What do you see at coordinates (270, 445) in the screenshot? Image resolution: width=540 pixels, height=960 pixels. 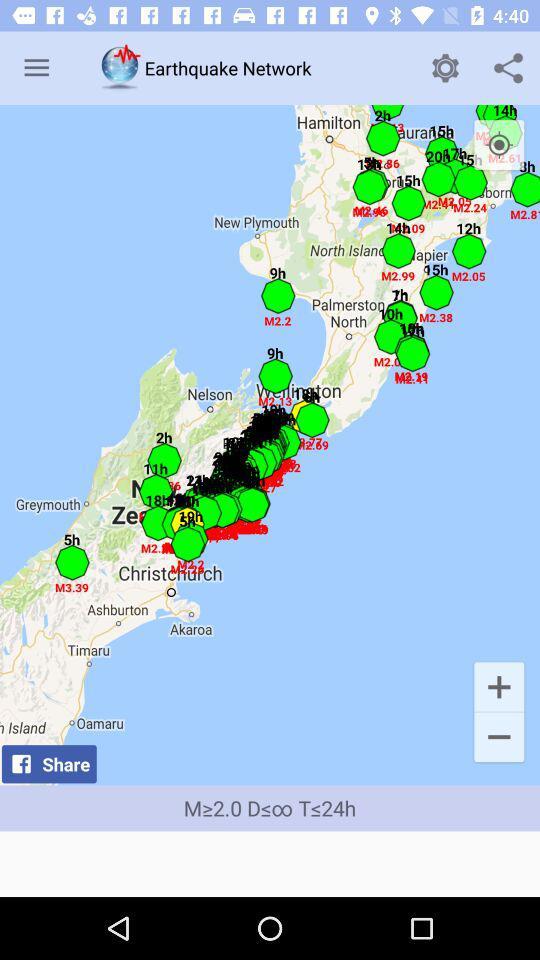 I see `the icon at the center` at bounding box center [270, 445].